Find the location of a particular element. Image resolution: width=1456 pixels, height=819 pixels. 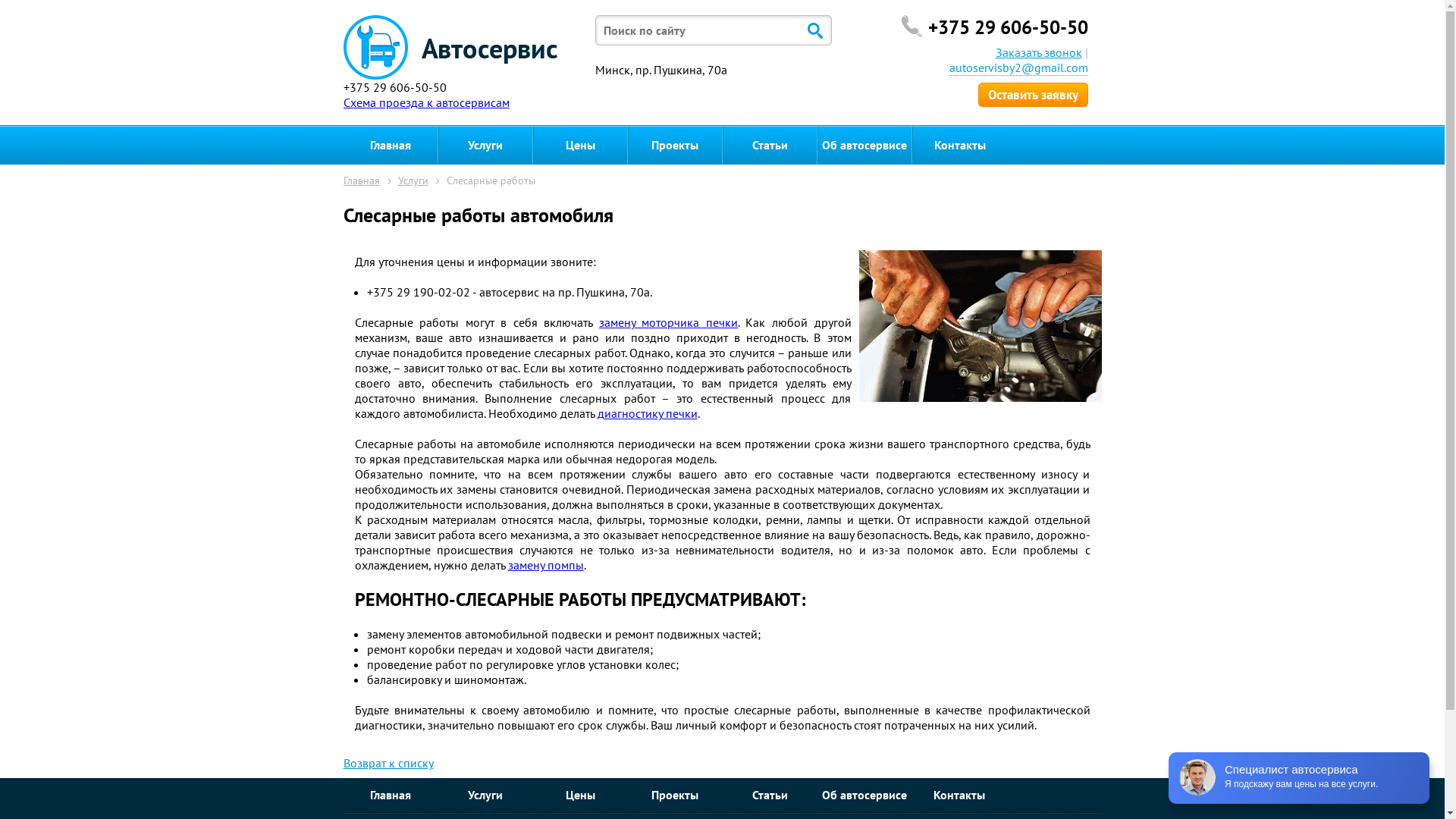

'autoservisby2@gmail.com' is located at coordinates (949, 67).